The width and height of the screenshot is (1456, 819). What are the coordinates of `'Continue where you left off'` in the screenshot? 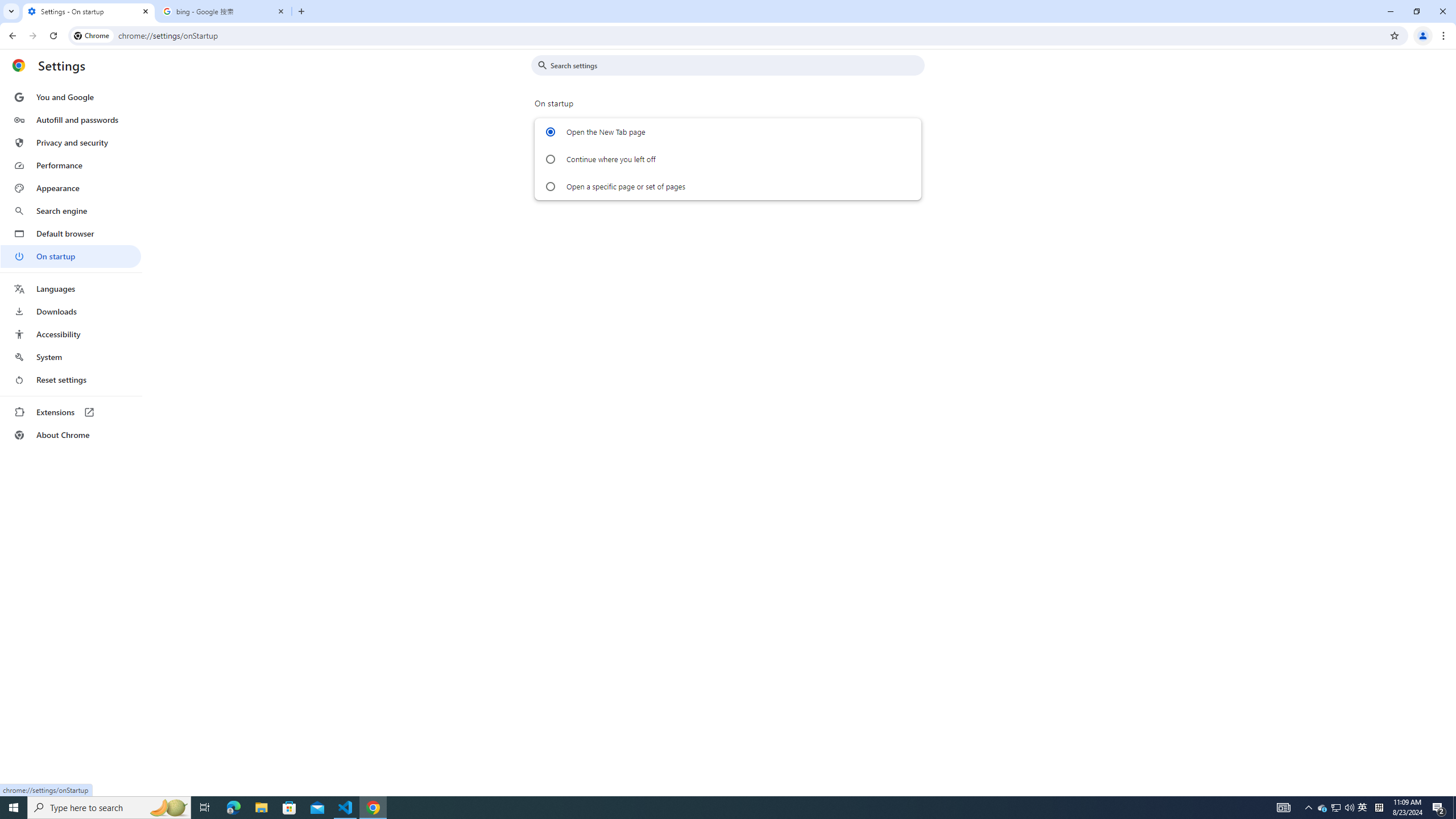 It's located at (549, 159).